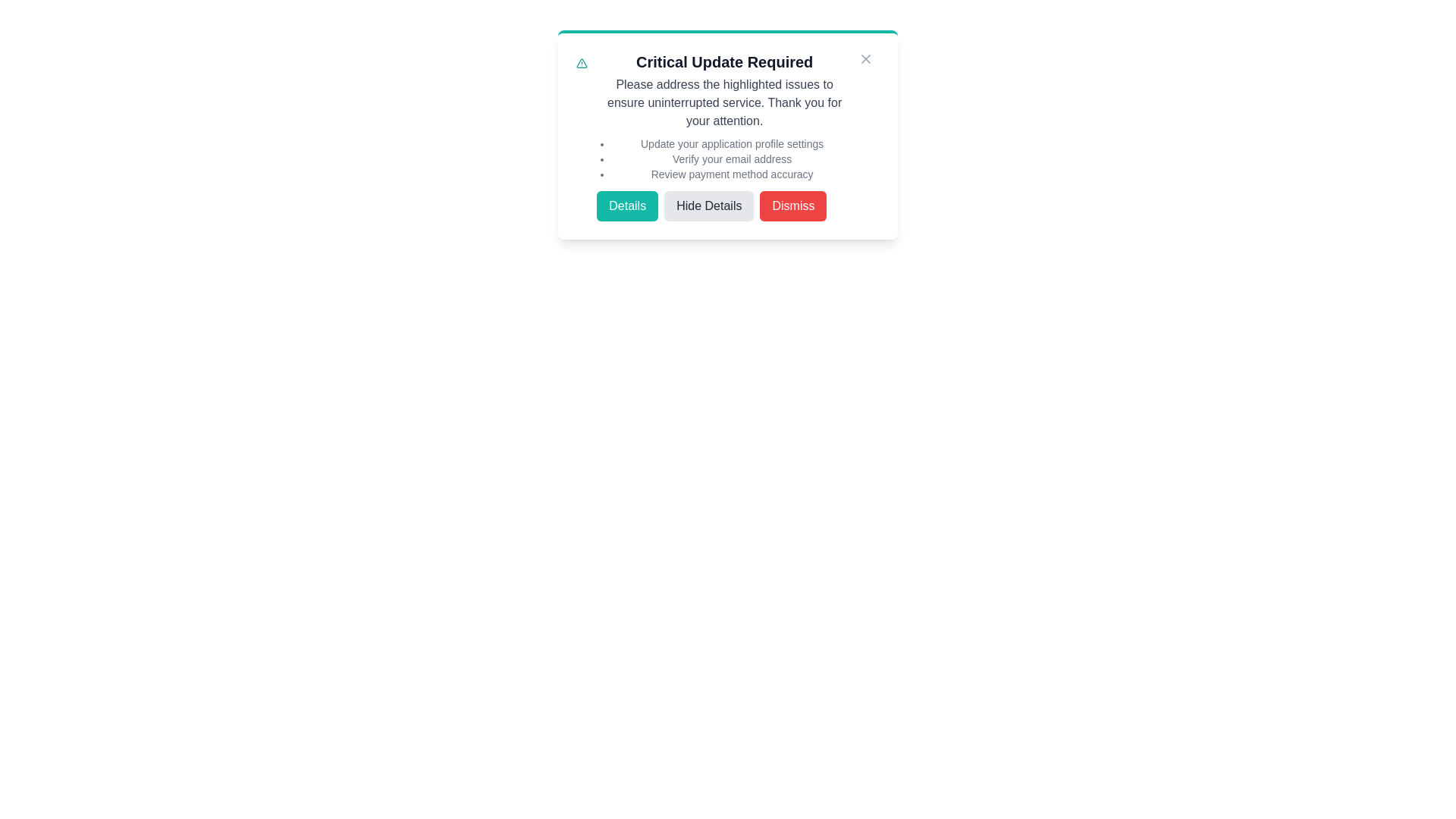 This screenshot has width=1456, height=819. What do you see at coordinates (866, 58) in the screenshot?
I see `the Close button located in the top-right corner of the modal dialog box` at bounding box center [866, 58].